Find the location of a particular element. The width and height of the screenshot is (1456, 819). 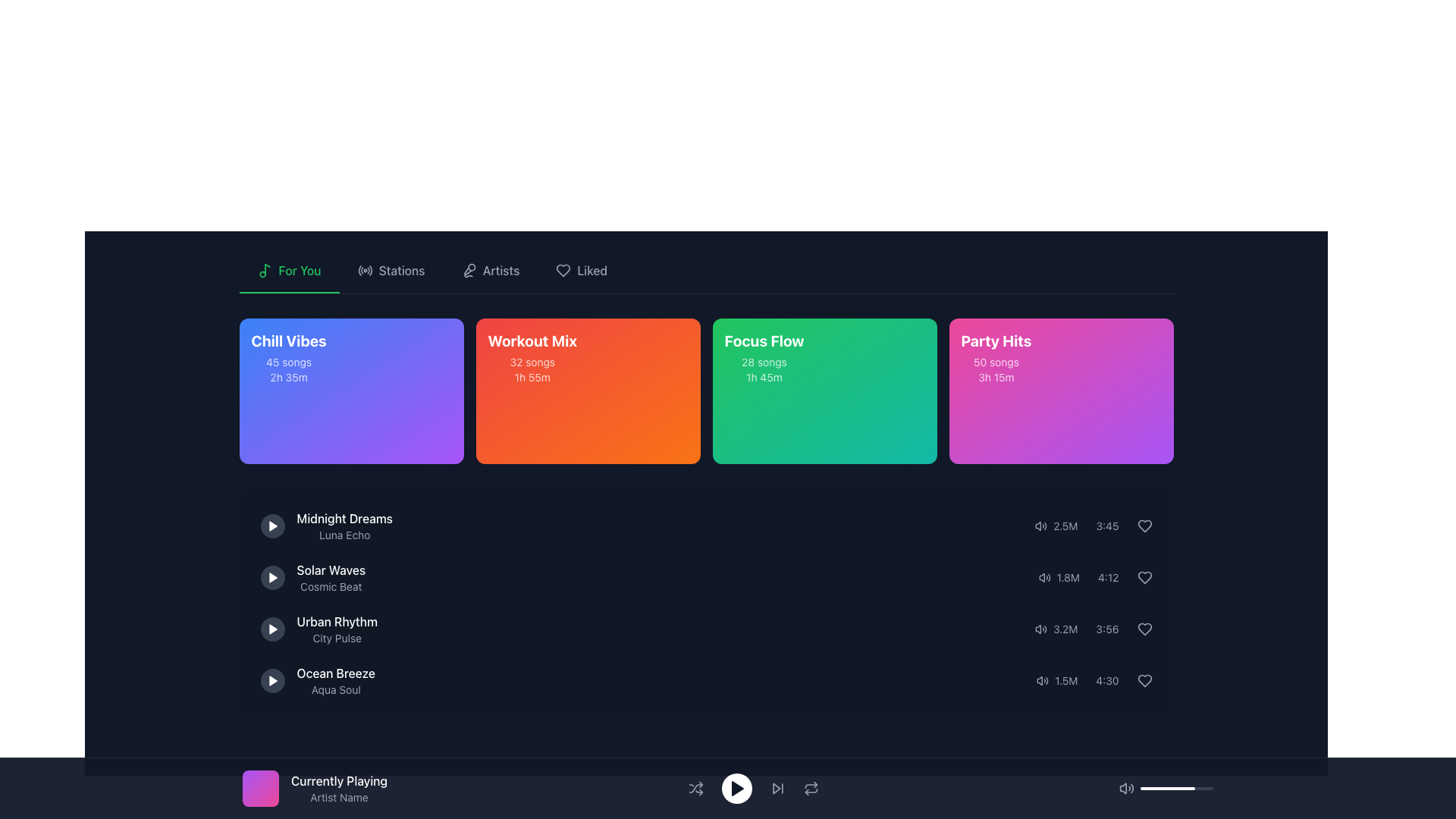

the informational display box that shows the currently playing song's title and artist, located at the bottom-left corner of the player bar is located at coordinates (728, 788).